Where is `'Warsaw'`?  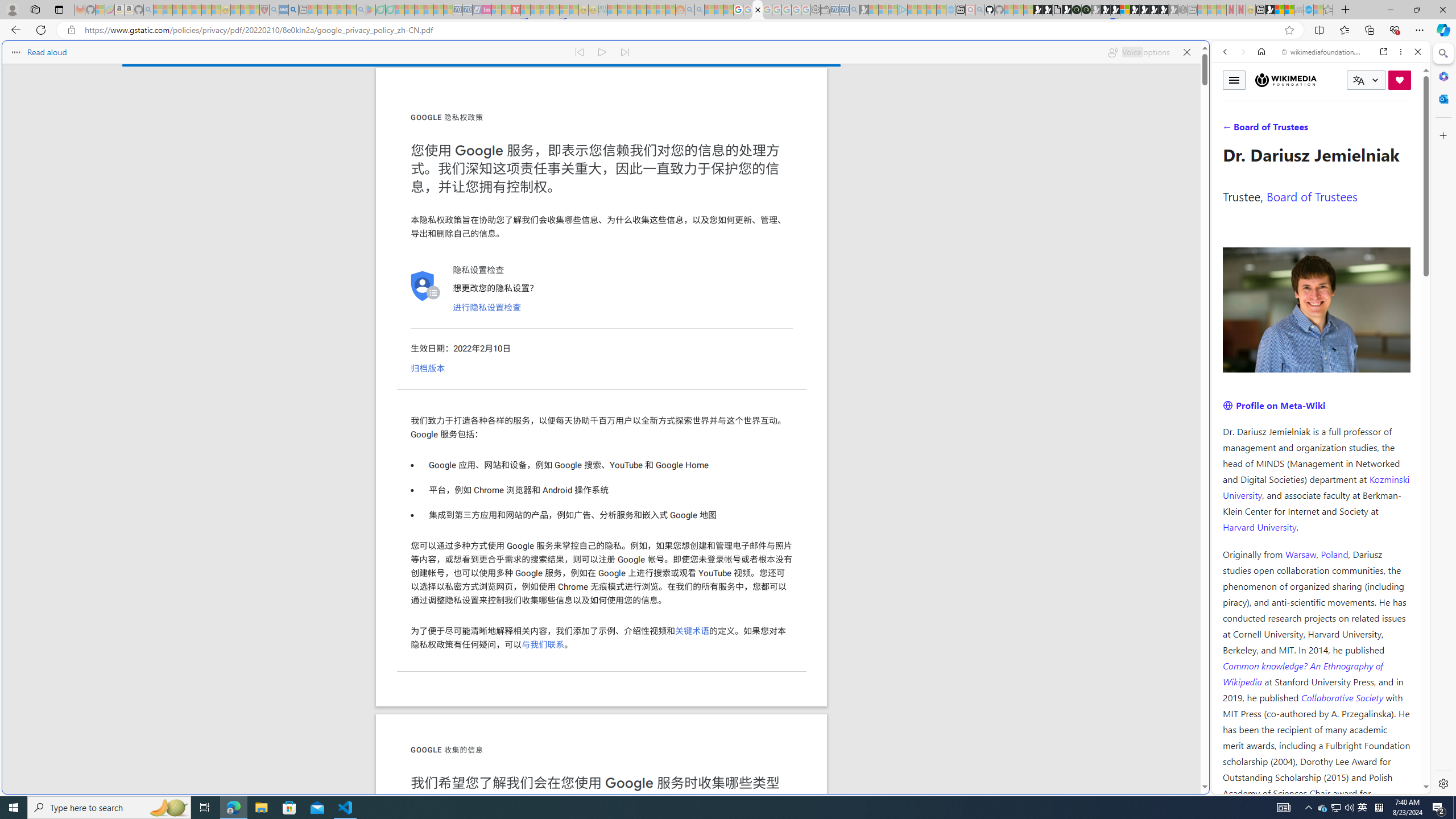
'Warsaw' is located at coordinates (1300, 553).